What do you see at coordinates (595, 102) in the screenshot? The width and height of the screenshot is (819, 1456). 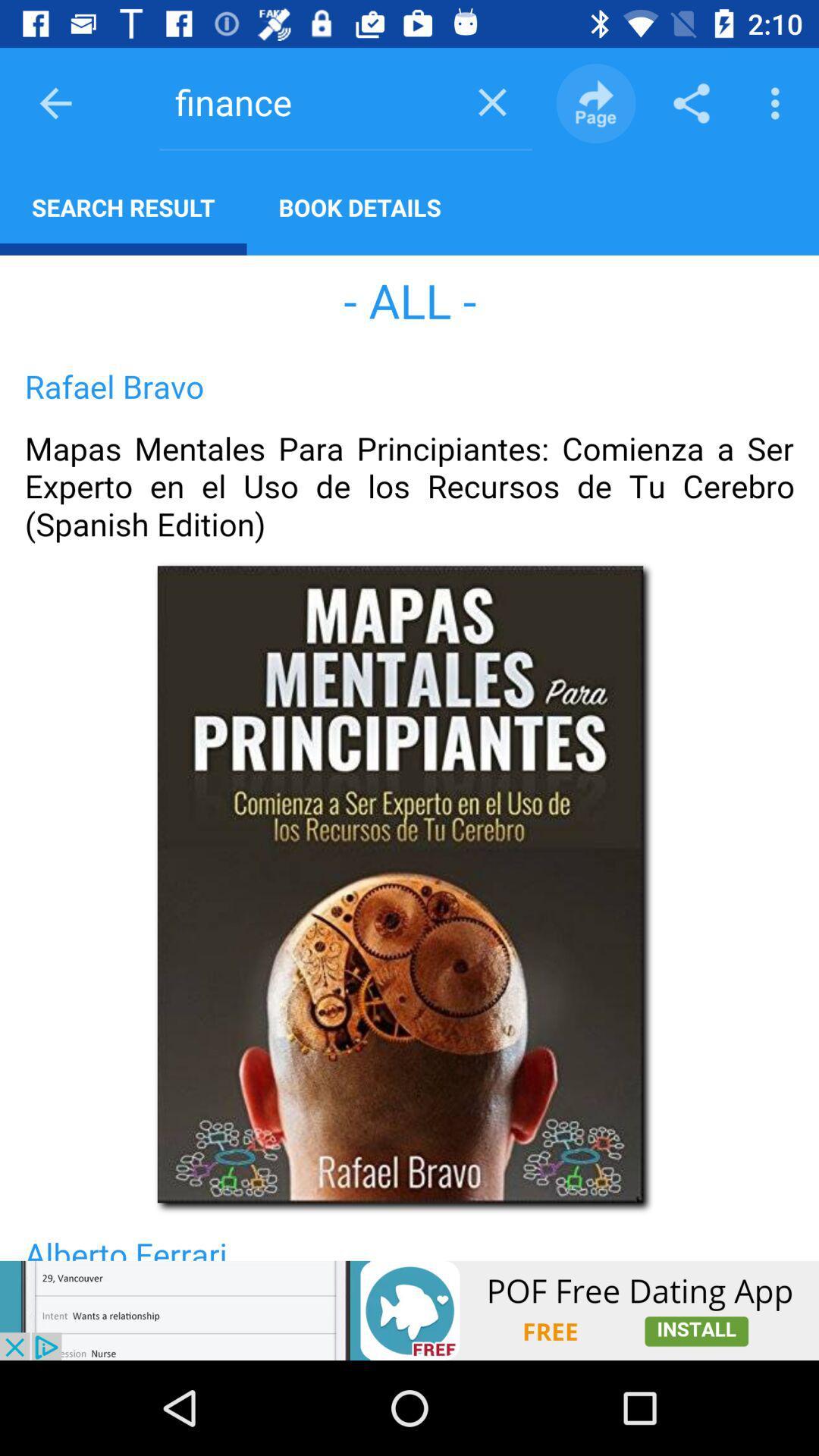 I see `the arrow_forward icon` at bounding box center [595, 102].